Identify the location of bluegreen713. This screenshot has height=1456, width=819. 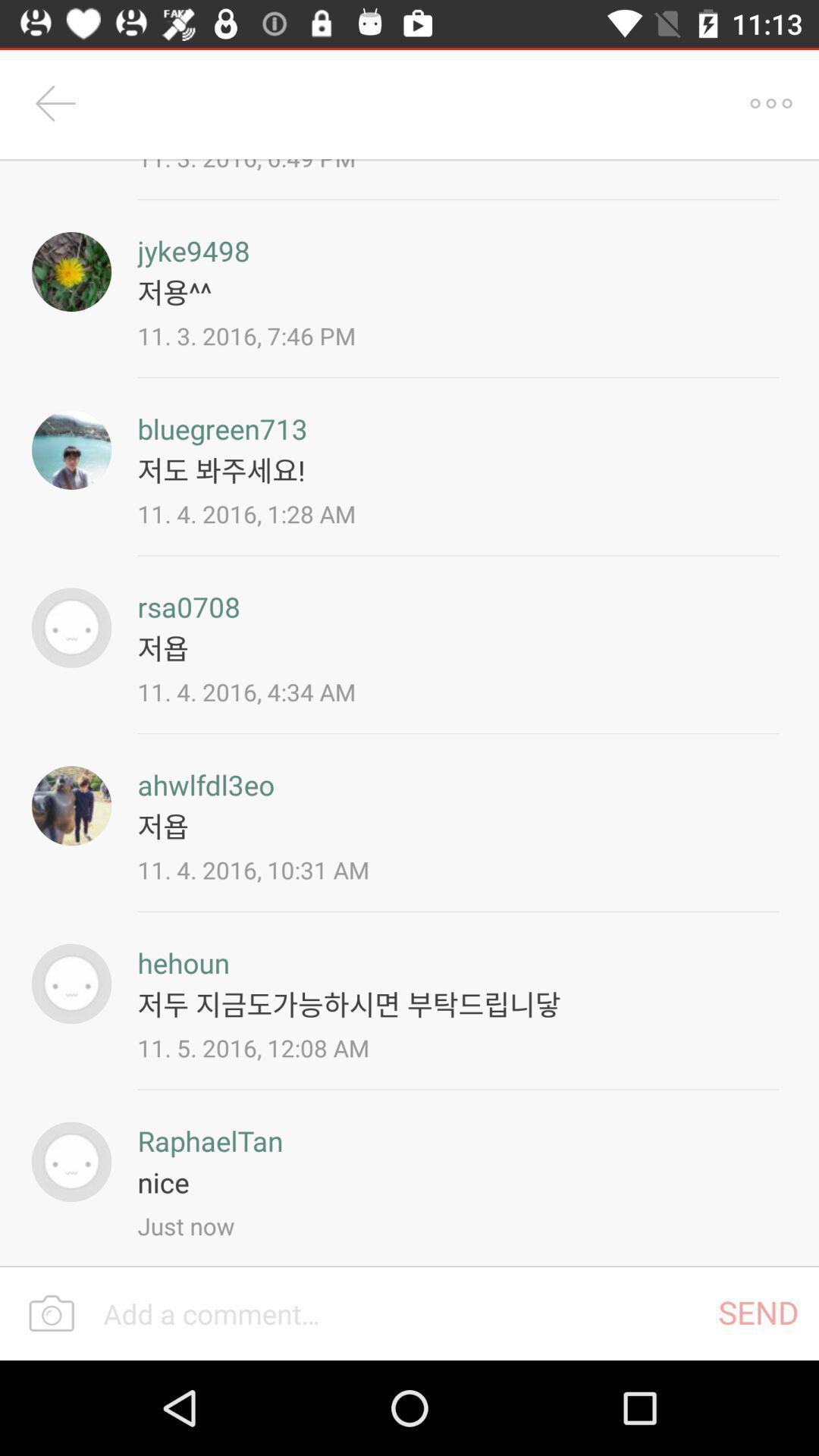
(71, 449).